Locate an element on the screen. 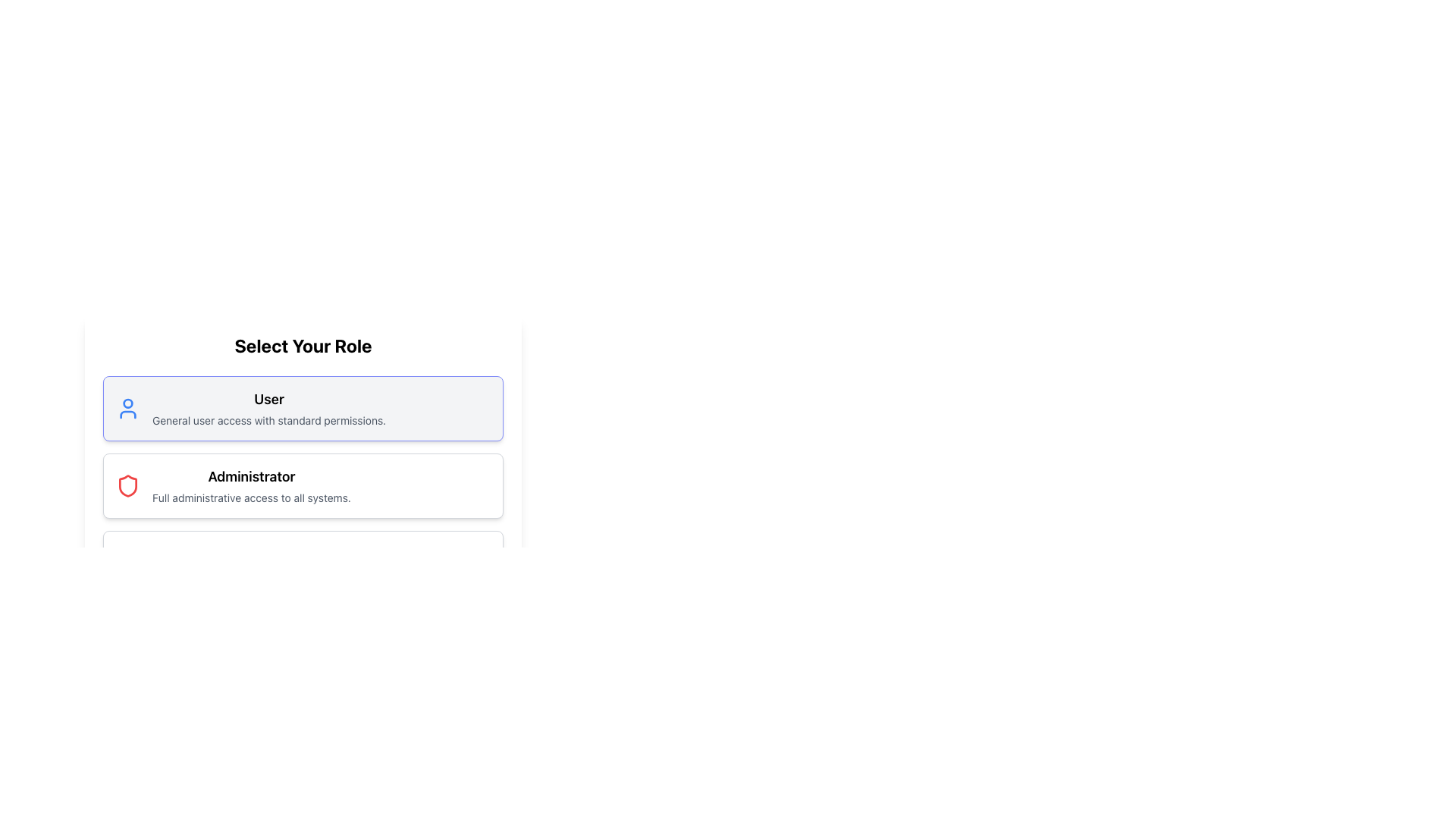 The width and height of the screenshot is (1456, 819). the text label 'User' which serves as the title for the first listed role in the 'Select Your Role' selection interface is located at coordinates (269, 399).